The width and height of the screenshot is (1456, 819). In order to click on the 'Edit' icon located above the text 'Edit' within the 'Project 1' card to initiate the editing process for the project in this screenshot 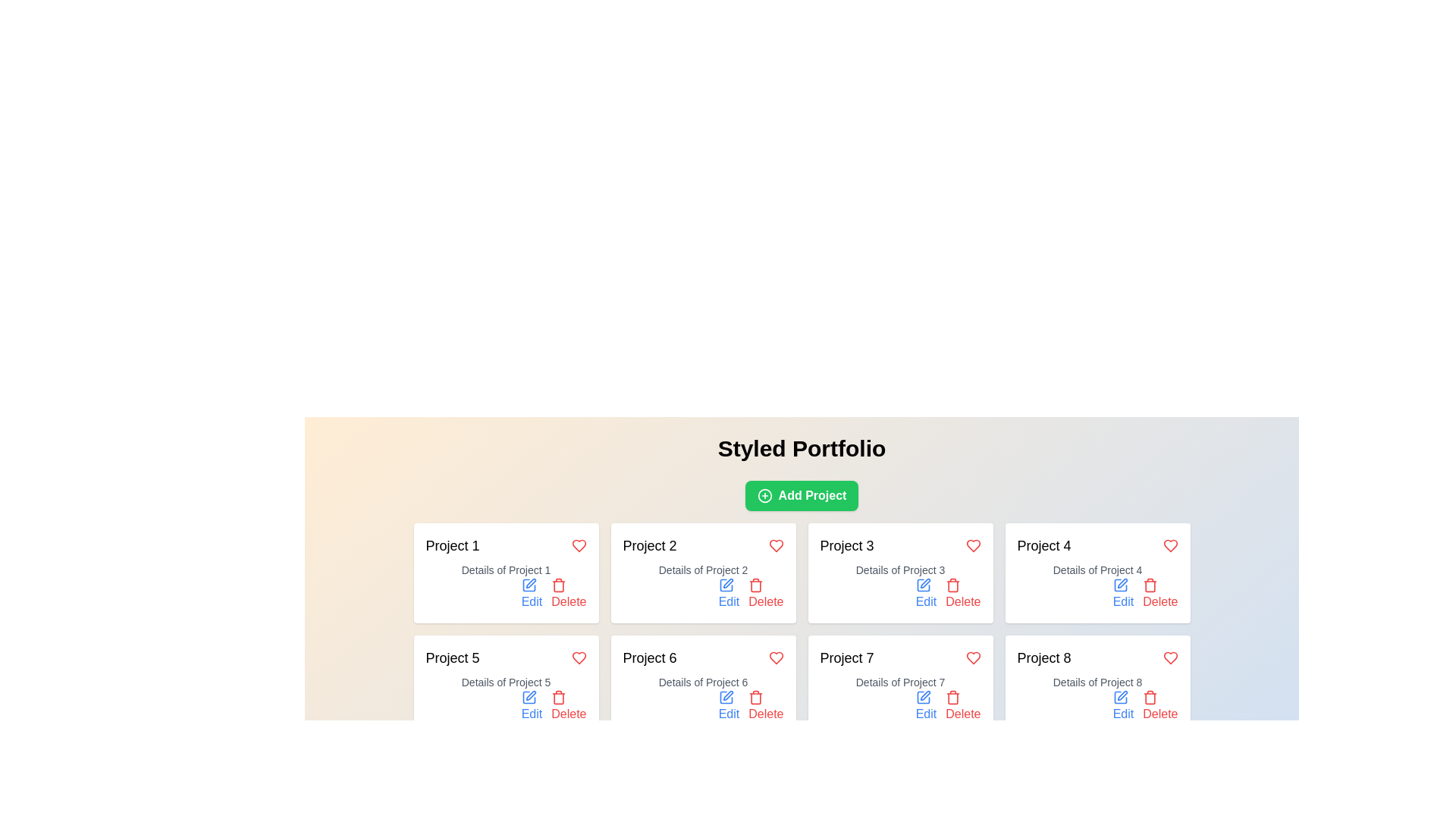, I will do `click(529, 584)`.